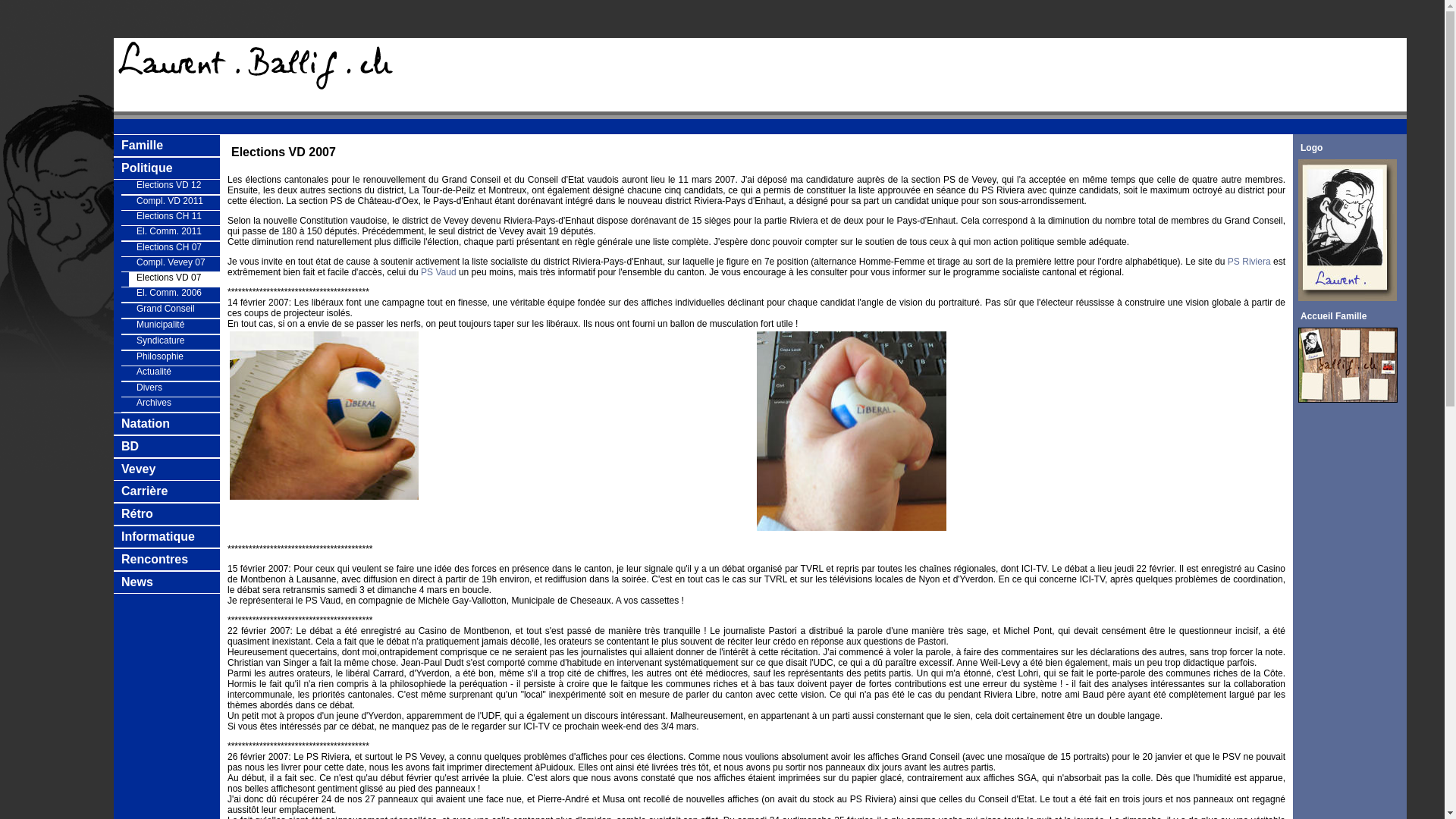  Describe the element at coordinates (136, 292) in the screenshot. I see `'El. Comm. 2006'` at that location.